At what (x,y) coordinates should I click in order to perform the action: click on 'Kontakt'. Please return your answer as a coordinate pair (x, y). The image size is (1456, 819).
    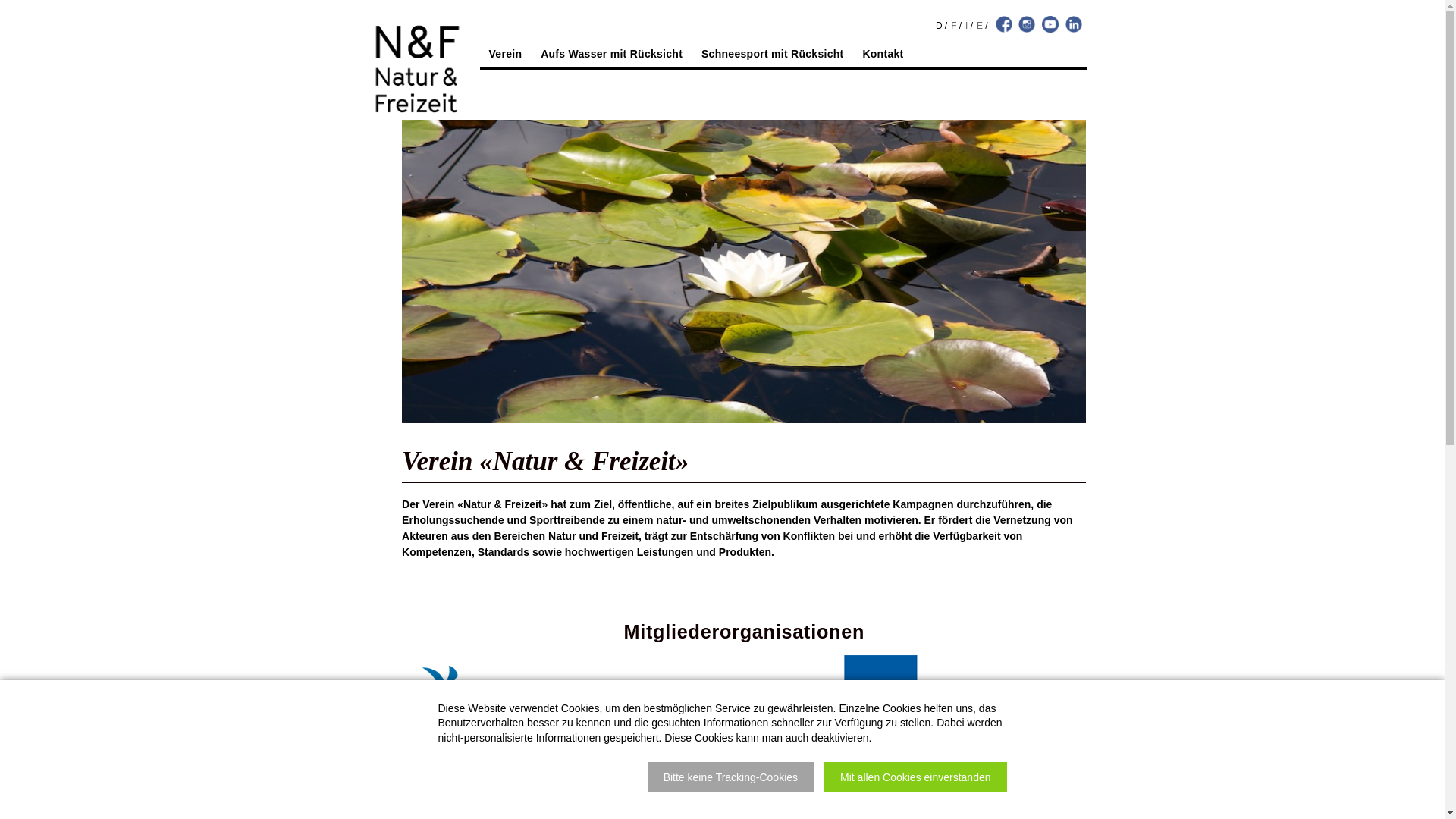
    Looking at the image, I should click on (882, 55).